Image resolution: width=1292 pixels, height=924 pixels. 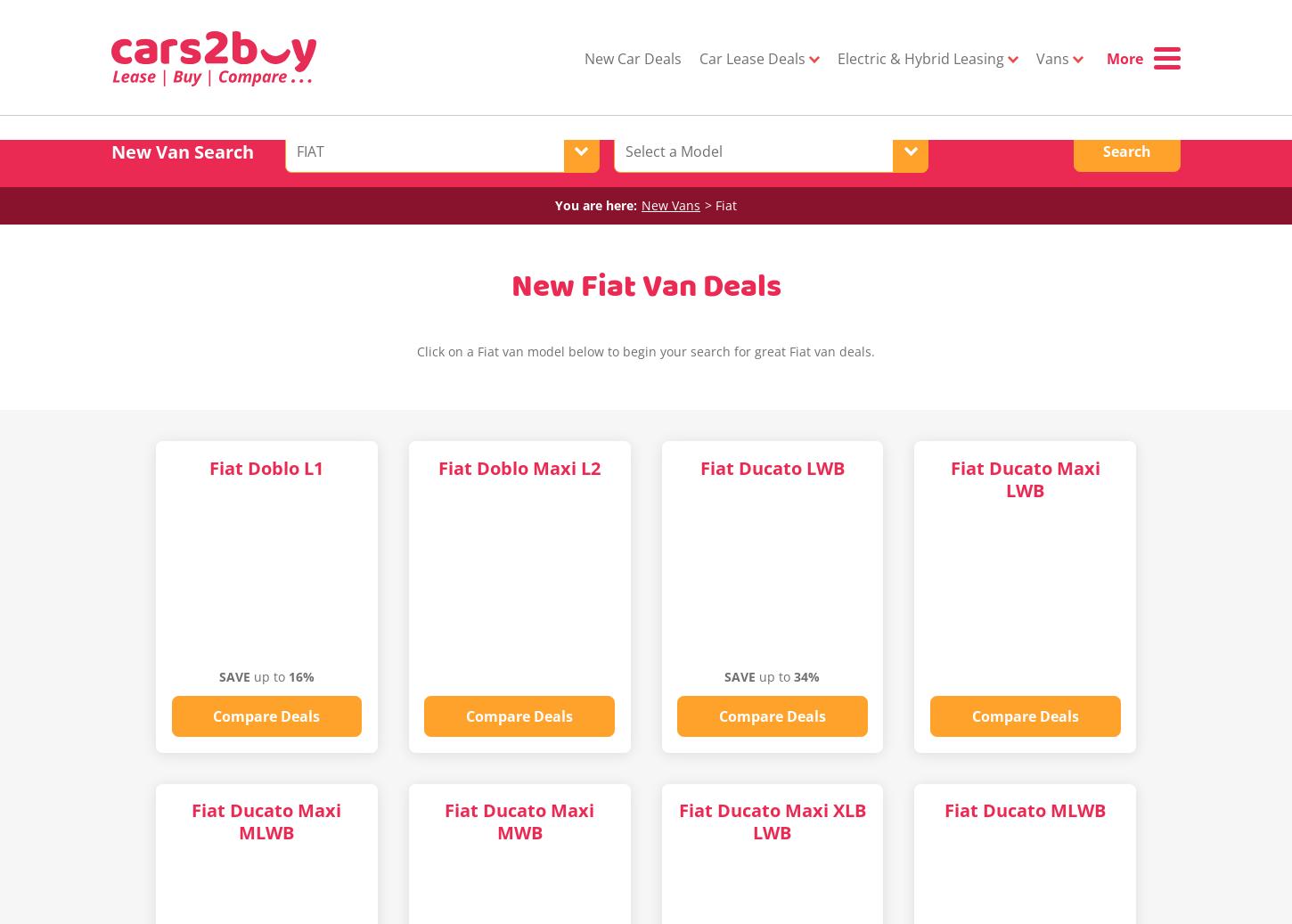 What do you see at coordinates (754, 57) in the screenshot?
I see `'Car Lease Deals'` at bounding box center [754, 57].